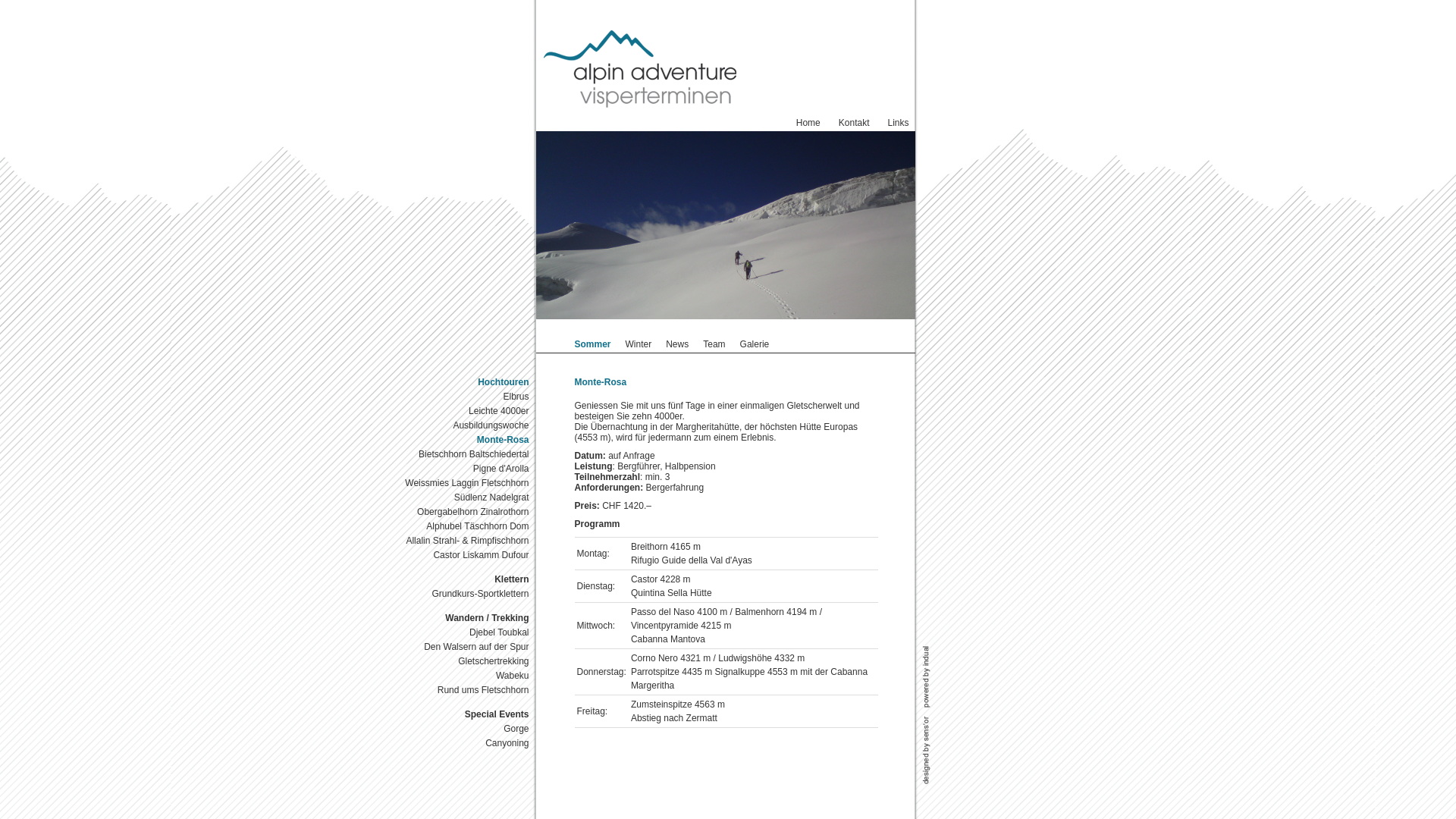 This screenshot has height=819, width=1456. Describe the element at coordinates (462, 632) in the screenshot. I see `'Djebel Toubkal'` at that location.